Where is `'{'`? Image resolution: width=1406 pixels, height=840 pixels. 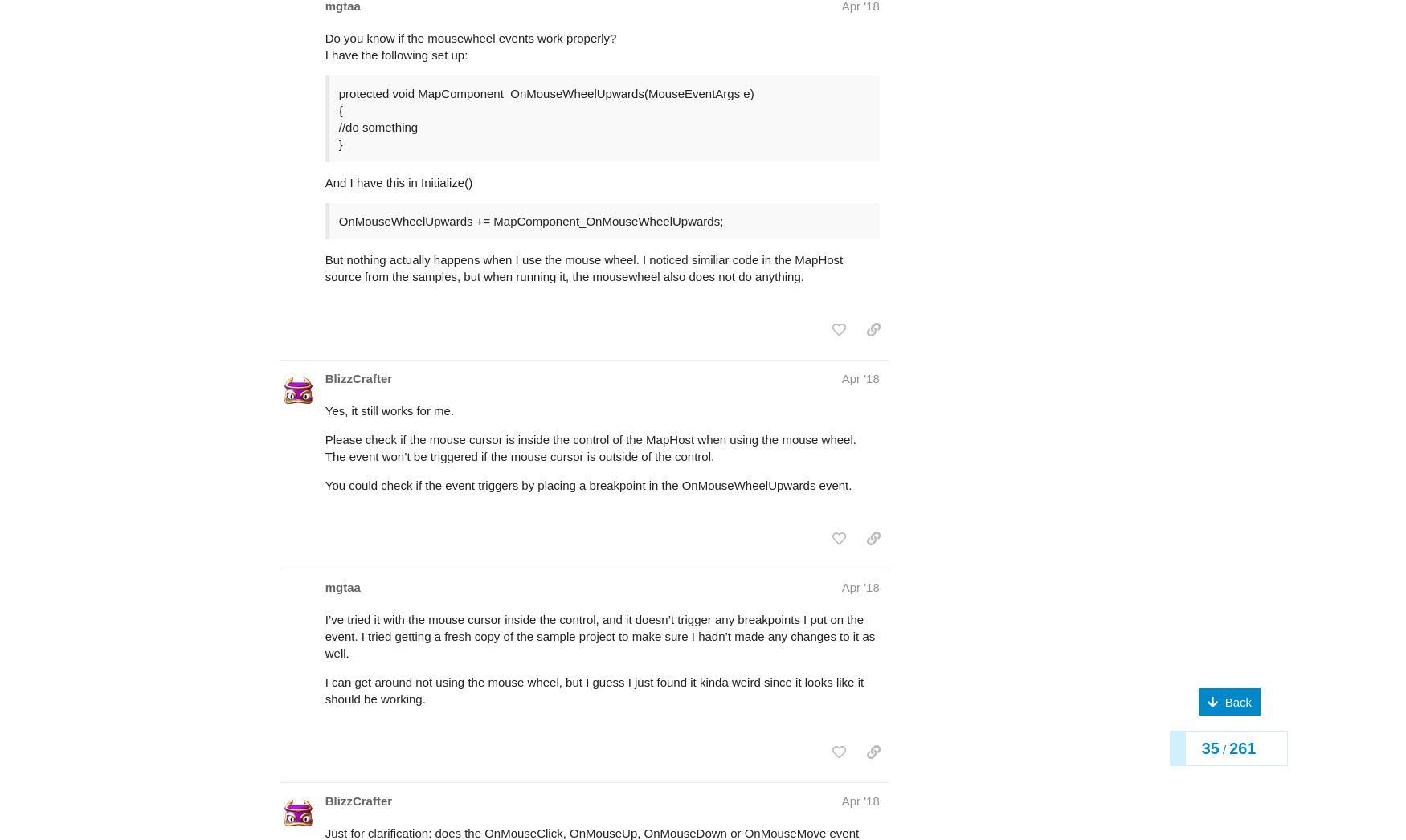
'{' is located at coordinates (339, 47).